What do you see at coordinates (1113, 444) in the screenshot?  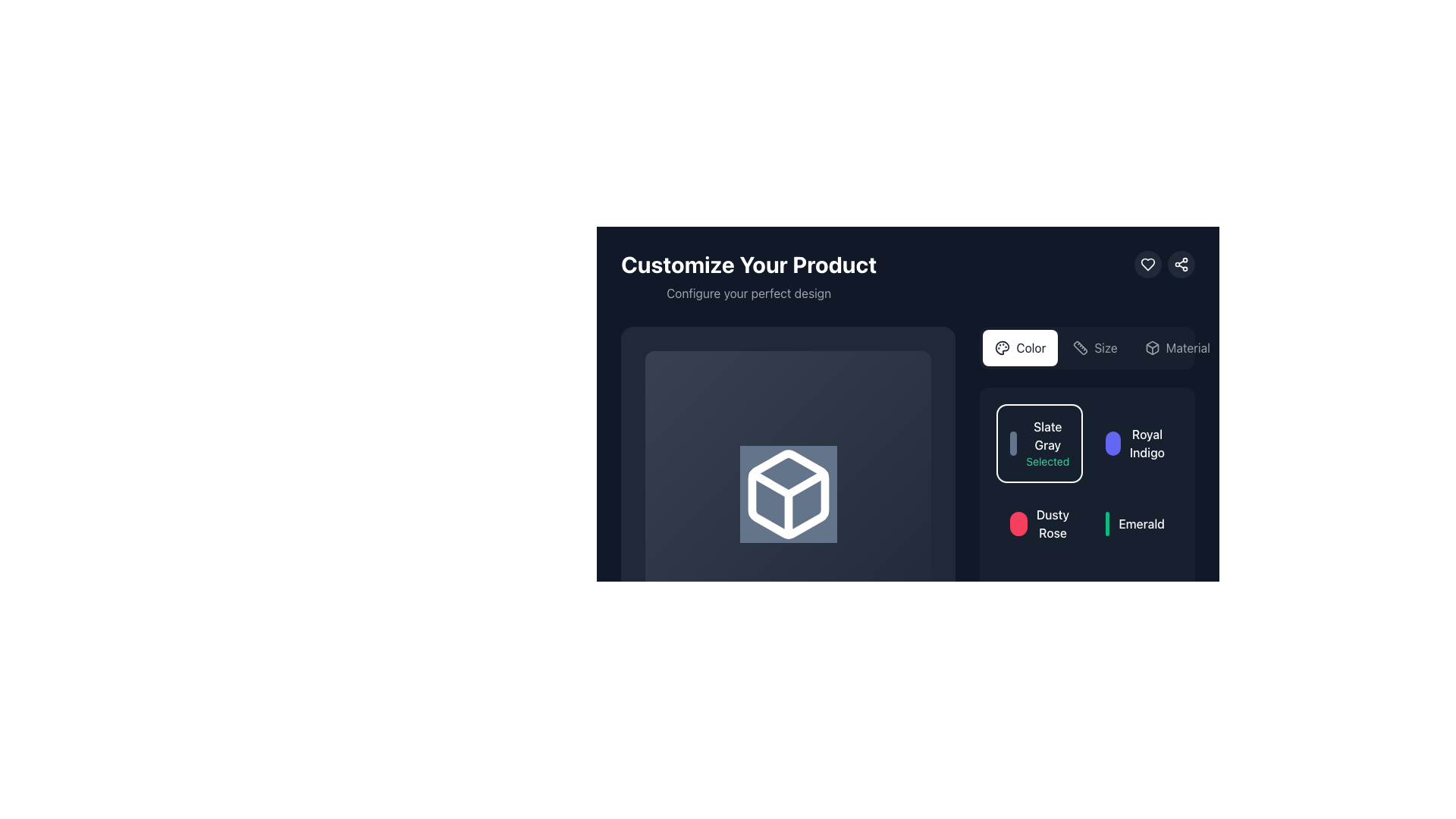 I see `the circular indigo selector located at the top-right area of the interface, distinguished by its solid color and absence of text, for accessibility actions` at bounding box center [1113, 444].